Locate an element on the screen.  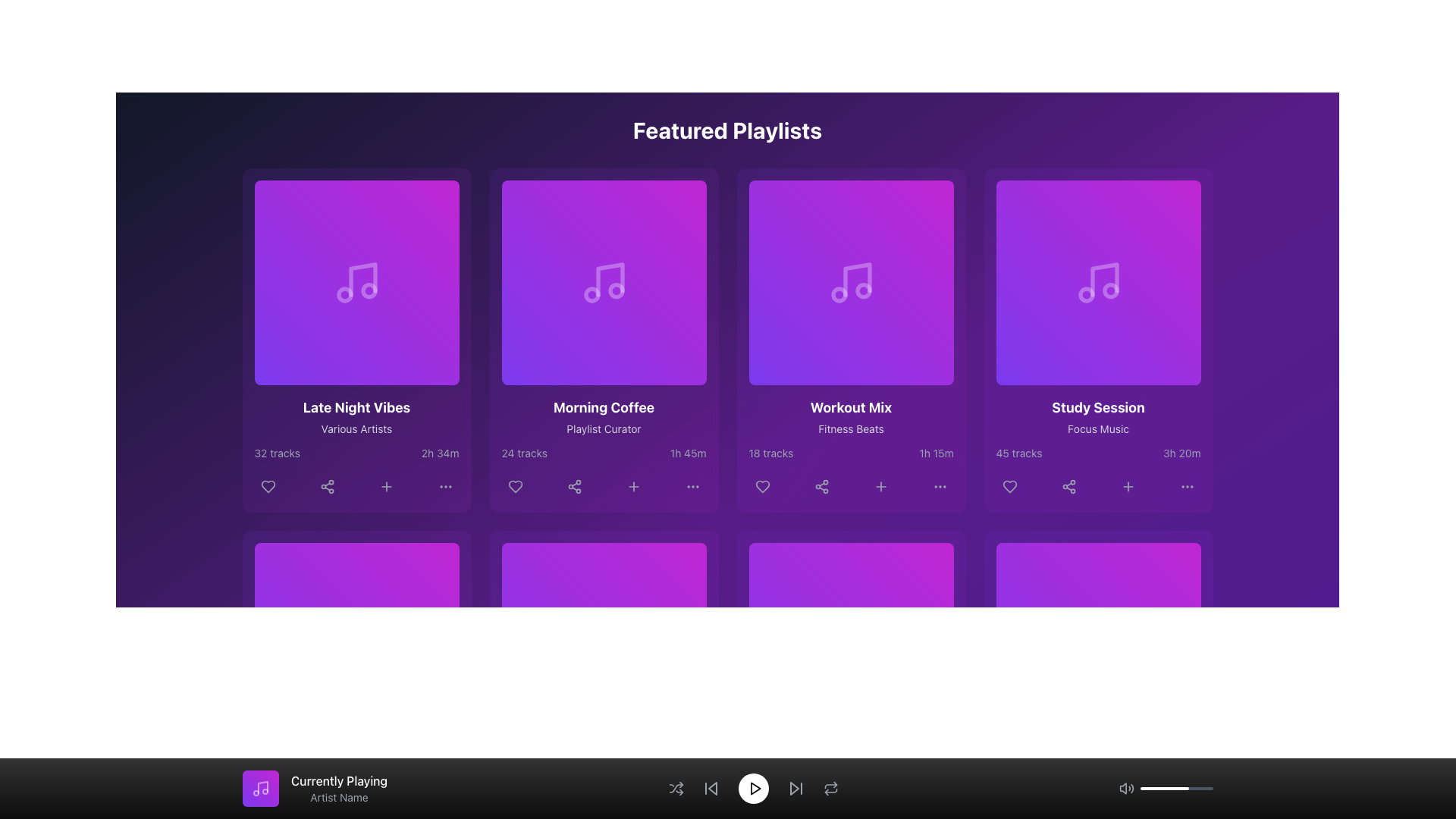
the small light-colored circle located within the musical note icon of the 'Workout Mix' playlist card, which is the rightmost circle in the third card of the featured playlists row is located at coordinates (863, 290).